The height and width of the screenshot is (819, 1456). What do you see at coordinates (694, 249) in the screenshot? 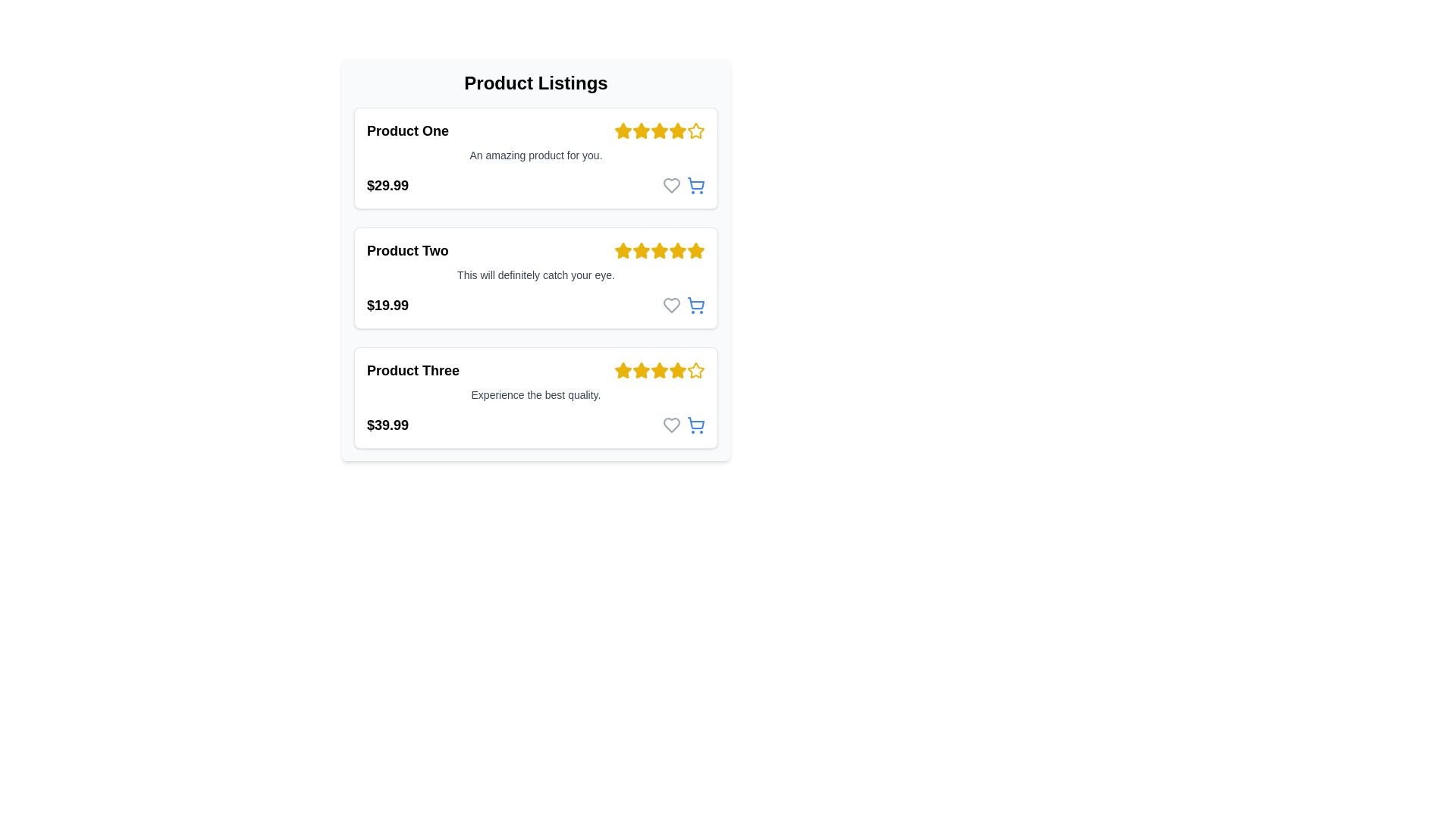
I see `the fifth golden star icon in the rating system next to the description of 'Product Two'` at bounding box center [694, 249].